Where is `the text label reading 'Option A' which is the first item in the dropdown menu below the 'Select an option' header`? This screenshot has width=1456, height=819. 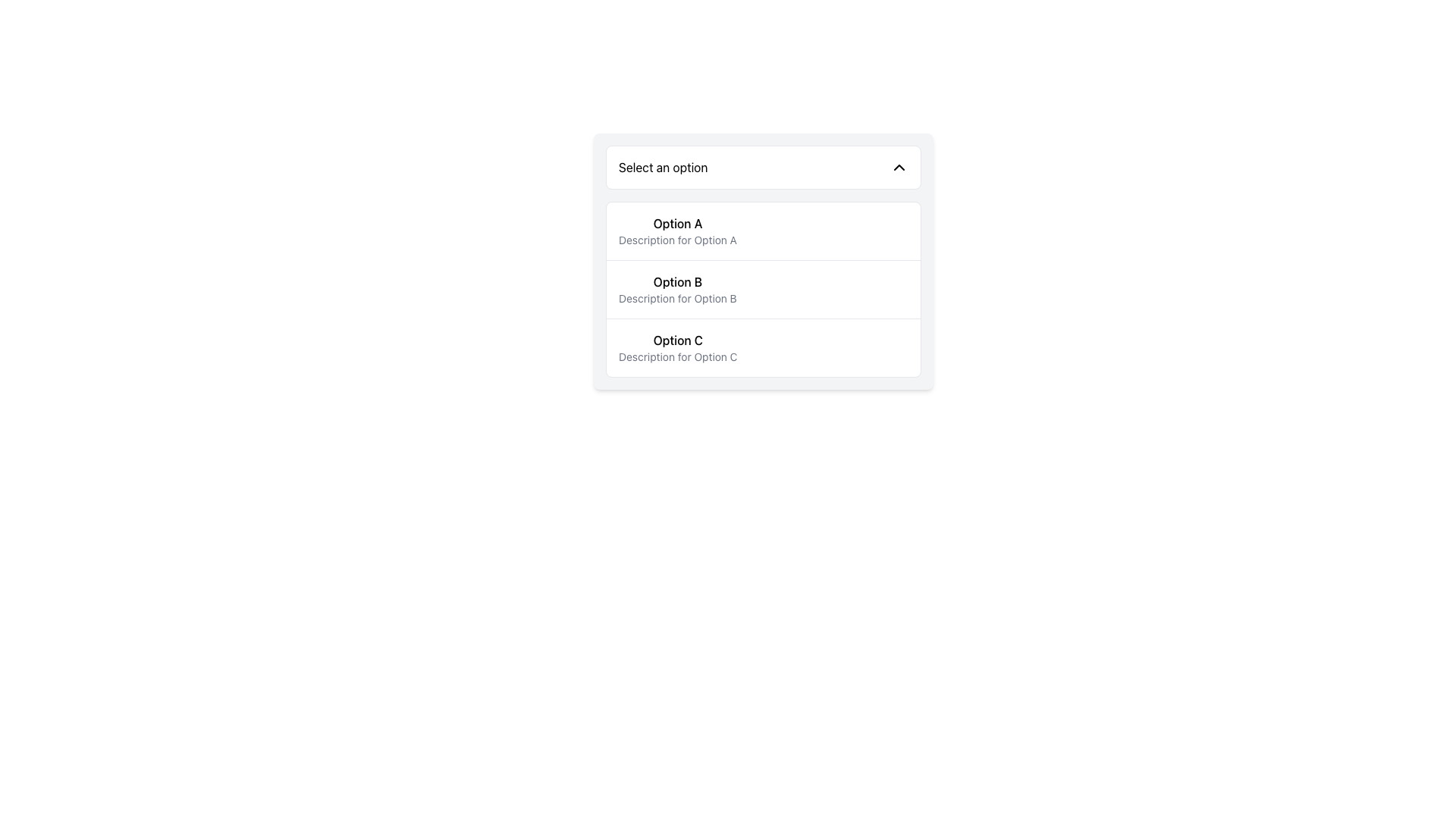 the text label reading 'Option A' which is the first item in the dropdown menu below the 'Select an option' header is located at coordinates (676, 223).